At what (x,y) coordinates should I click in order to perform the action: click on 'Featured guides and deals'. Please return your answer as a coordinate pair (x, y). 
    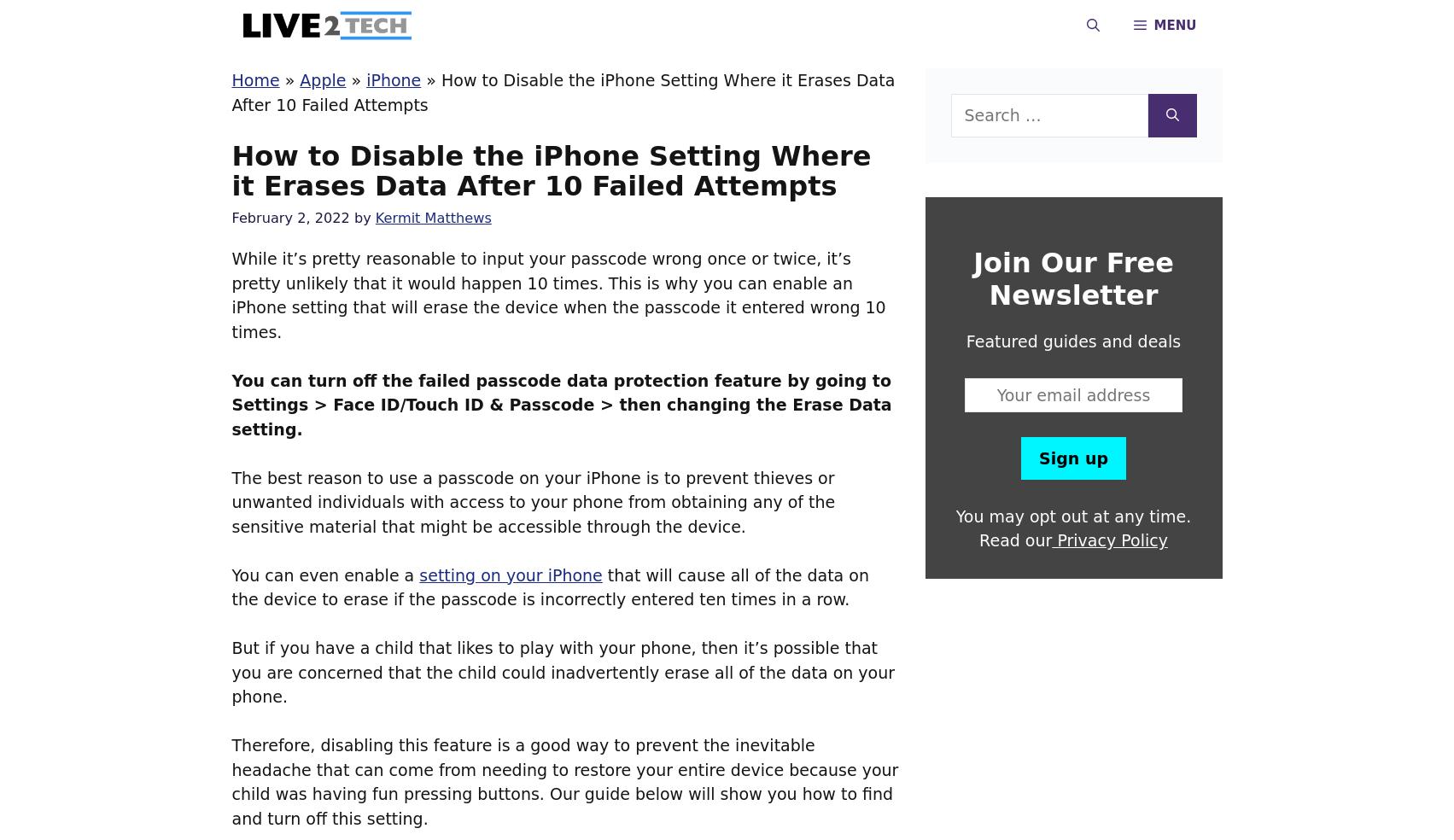
    Looking at the image, I should click on (1072, 341).